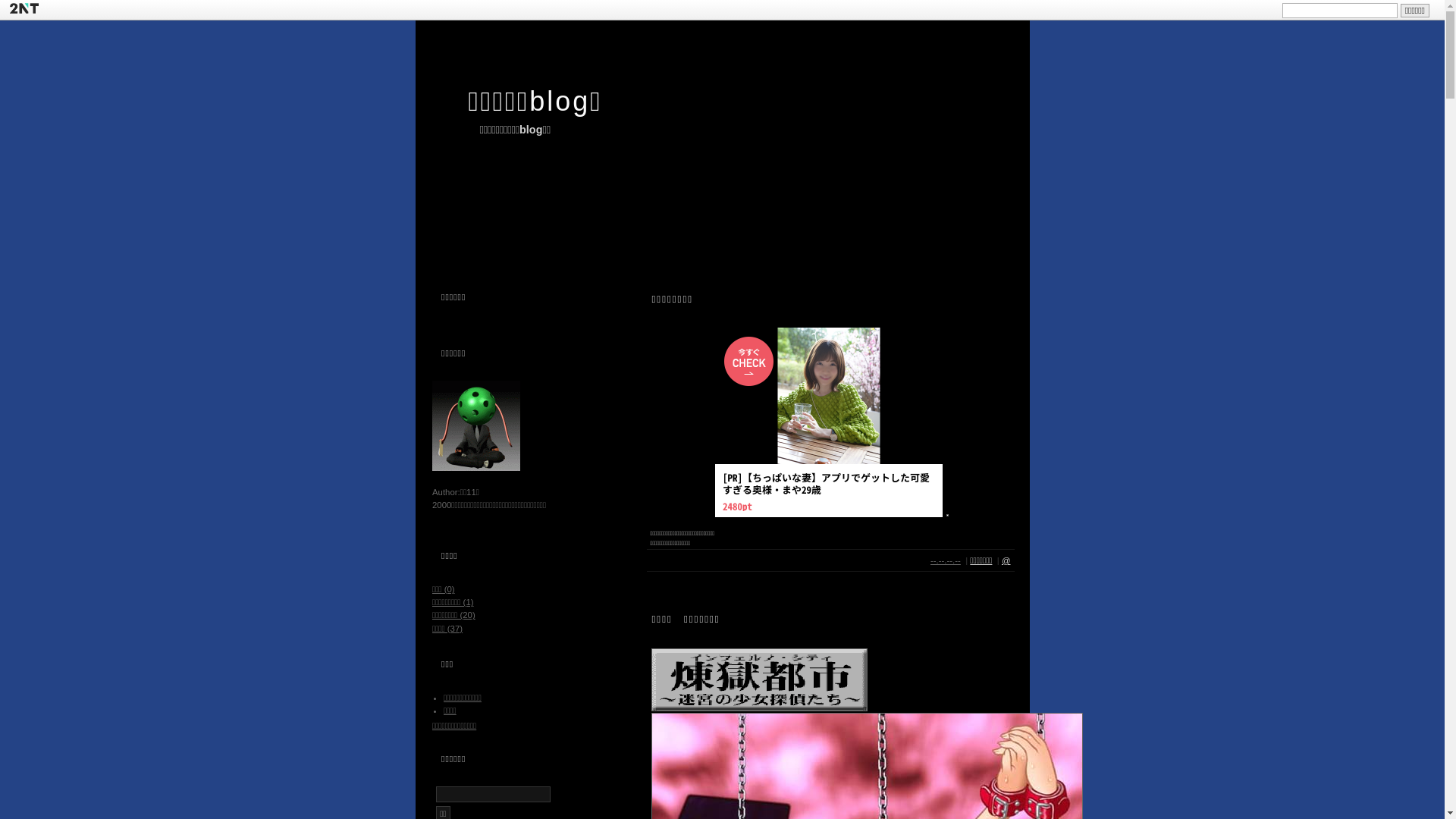 This screenshot has height=819, width=1456. What do you see at coordinates (945, 560) in the screenshot?
I see `'--.--.--.--'` at bounding box center [945, 560].